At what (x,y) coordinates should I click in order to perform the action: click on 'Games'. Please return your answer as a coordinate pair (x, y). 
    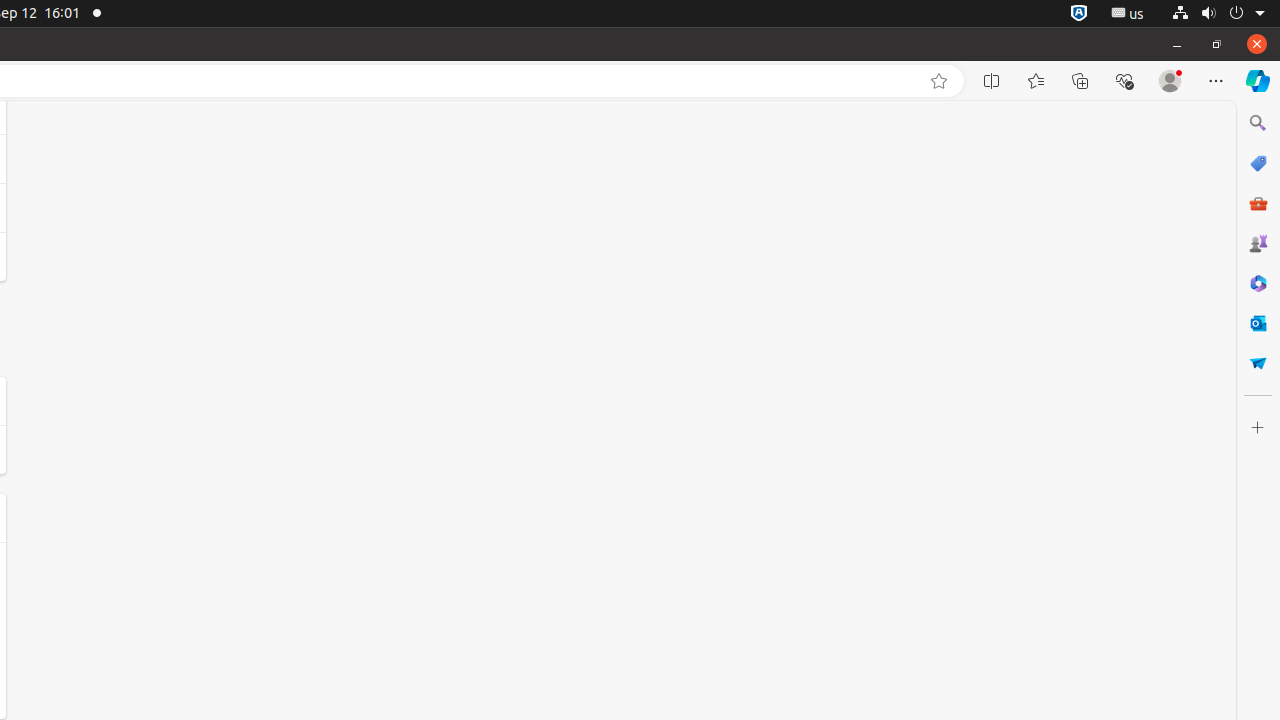
    Looking at the image, I should click on (1256, 242).